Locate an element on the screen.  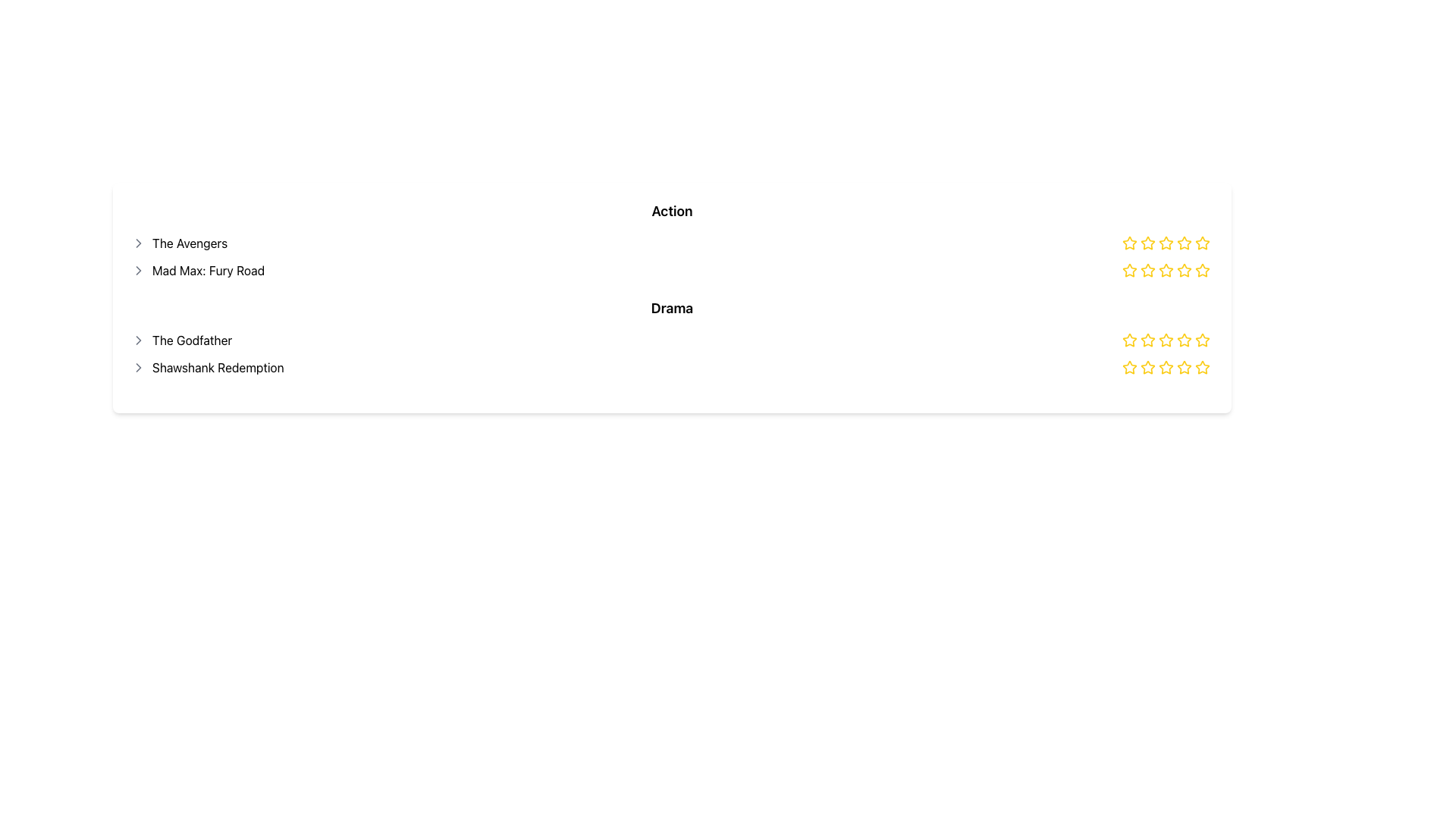
the second star in the star rating component located on the right side of the grid layout to provide a rating is located at coordinates (1129, 270).